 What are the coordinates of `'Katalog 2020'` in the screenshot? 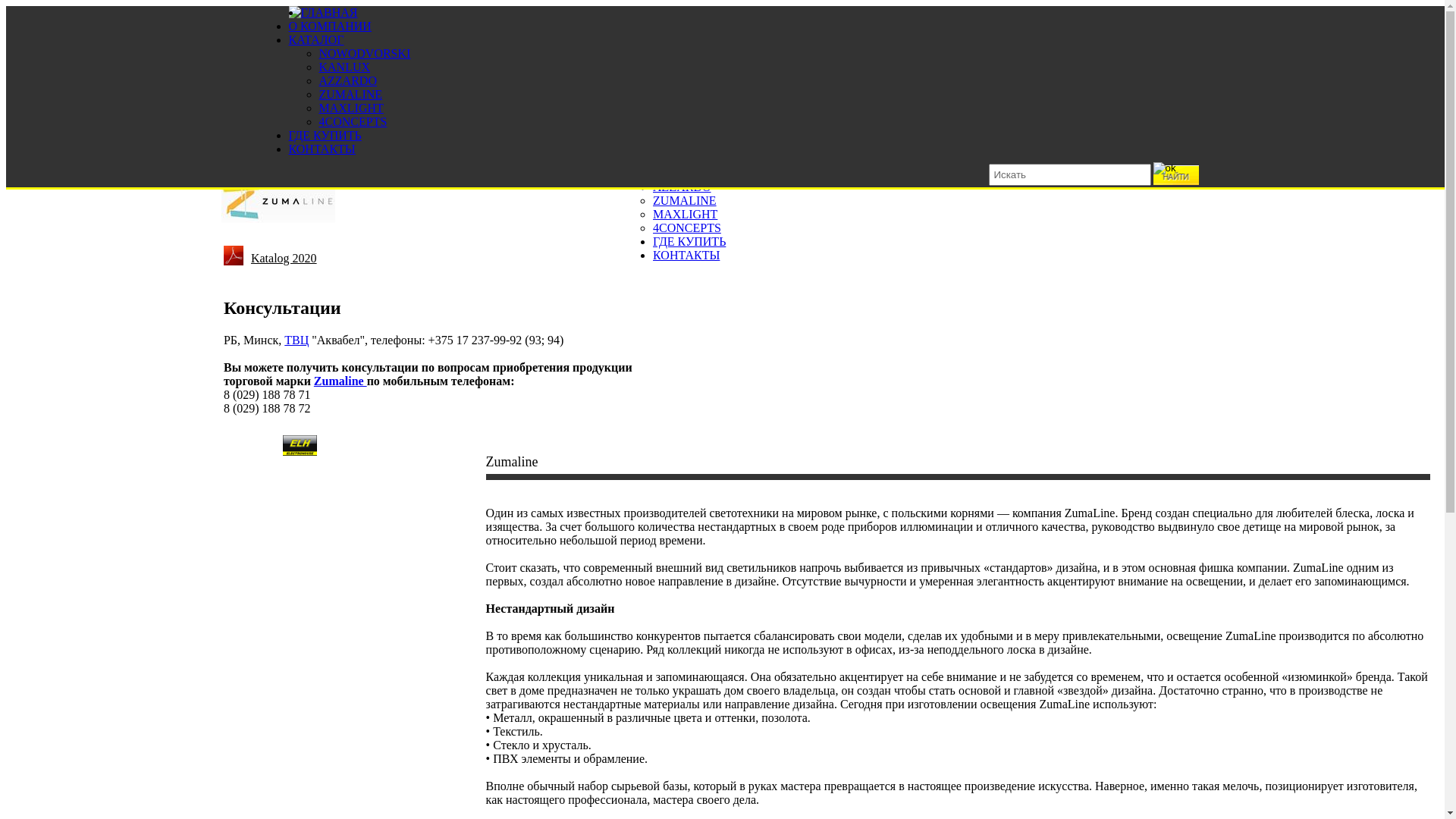 It's located at (284, 254).